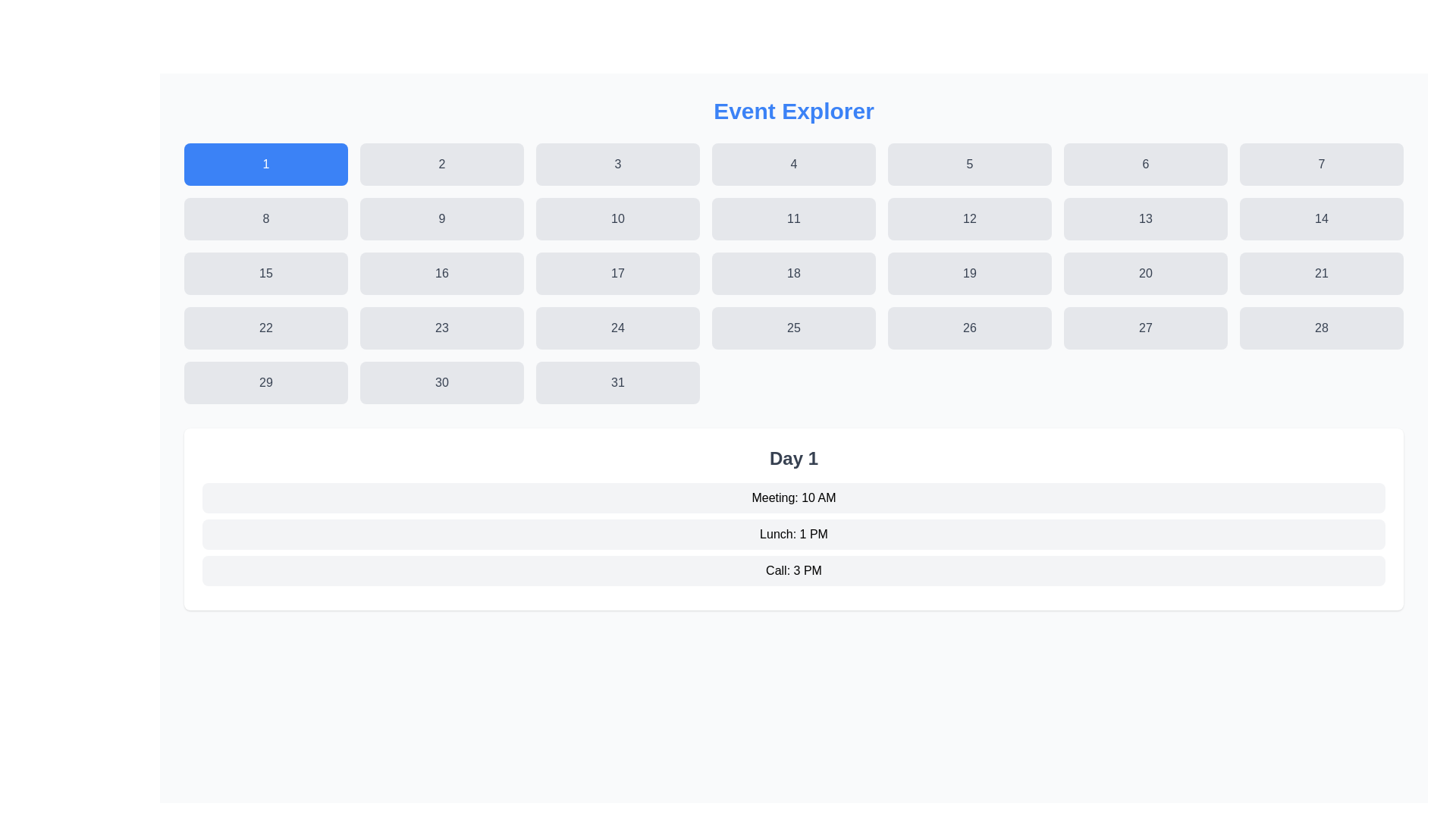 This screenshot has height=819, width=1456. What do you see at coordinates (792, 164) in the screenshot?
I see `the fourth button in the first row of a 7xN grid layout, located between buttons '3' and '5', to trigger a hover effect` at bounding box center [792, 164].